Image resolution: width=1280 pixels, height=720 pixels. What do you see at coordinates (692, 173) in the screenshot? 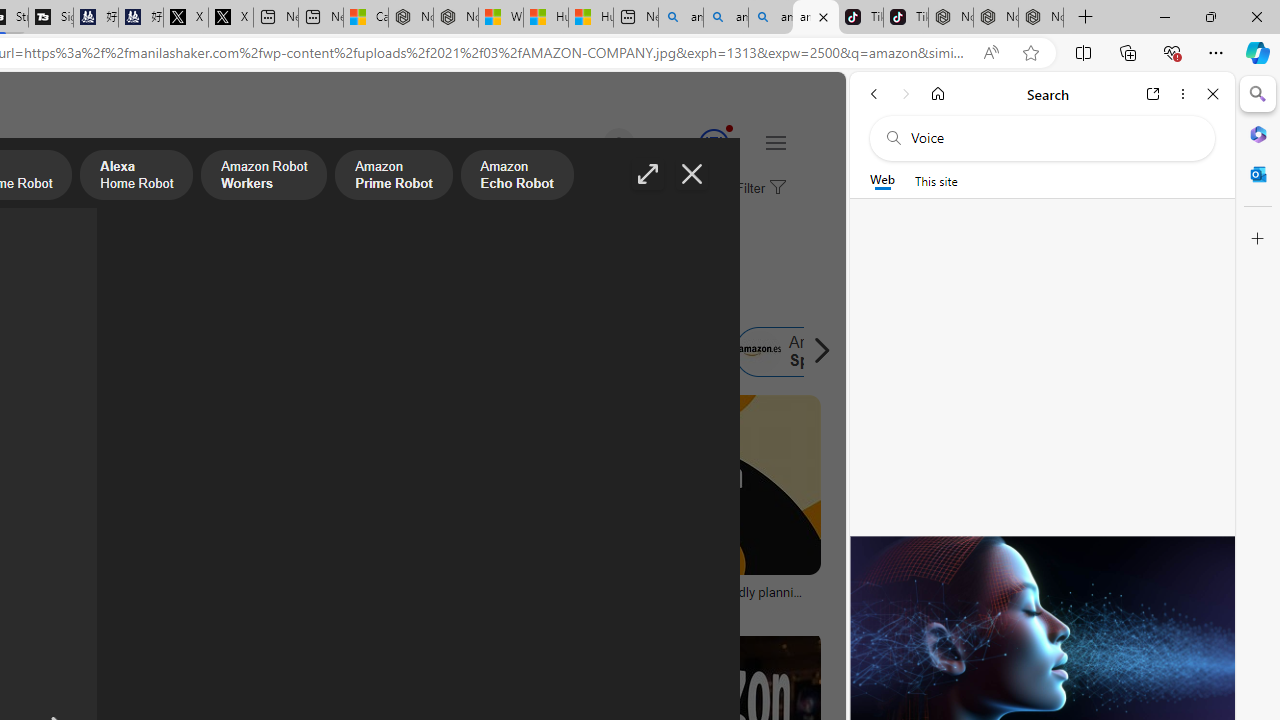
I see `'Close image'` at bounding box center [692, 173].